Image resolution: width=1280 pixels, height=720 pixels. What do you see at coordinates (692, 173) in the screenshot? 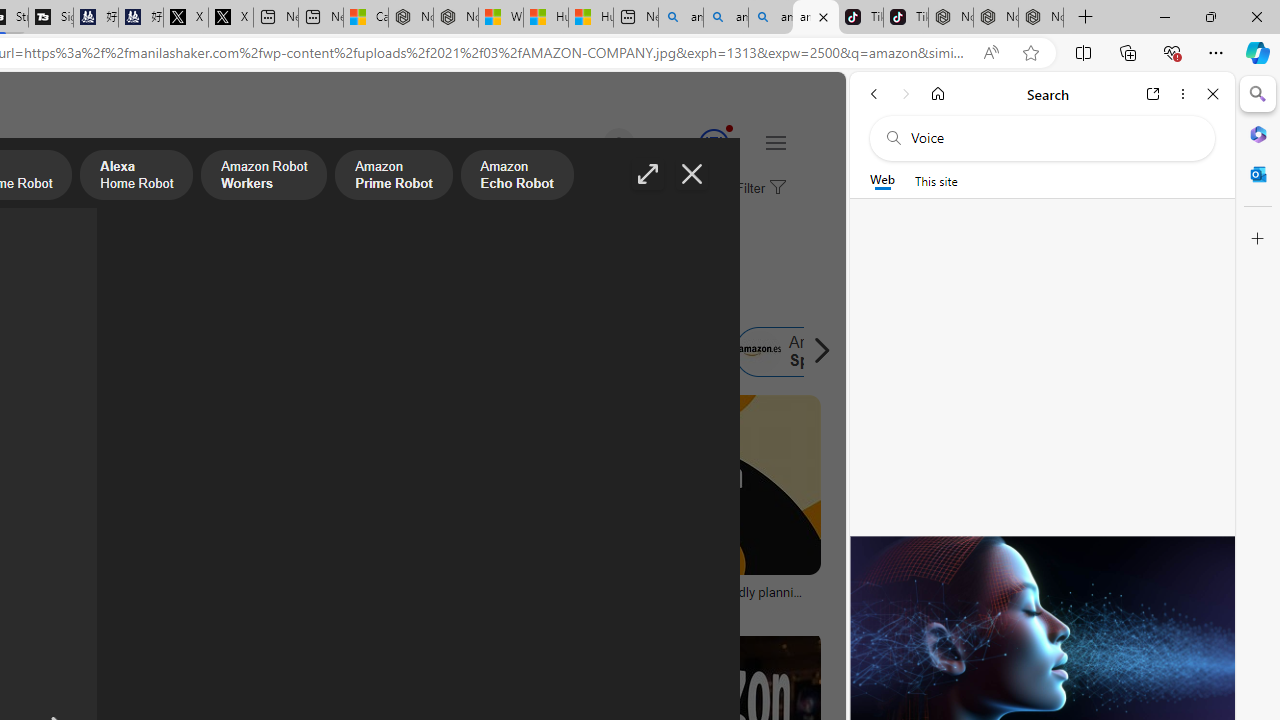
I see `'Close image'` at bounding box center [692, 173].